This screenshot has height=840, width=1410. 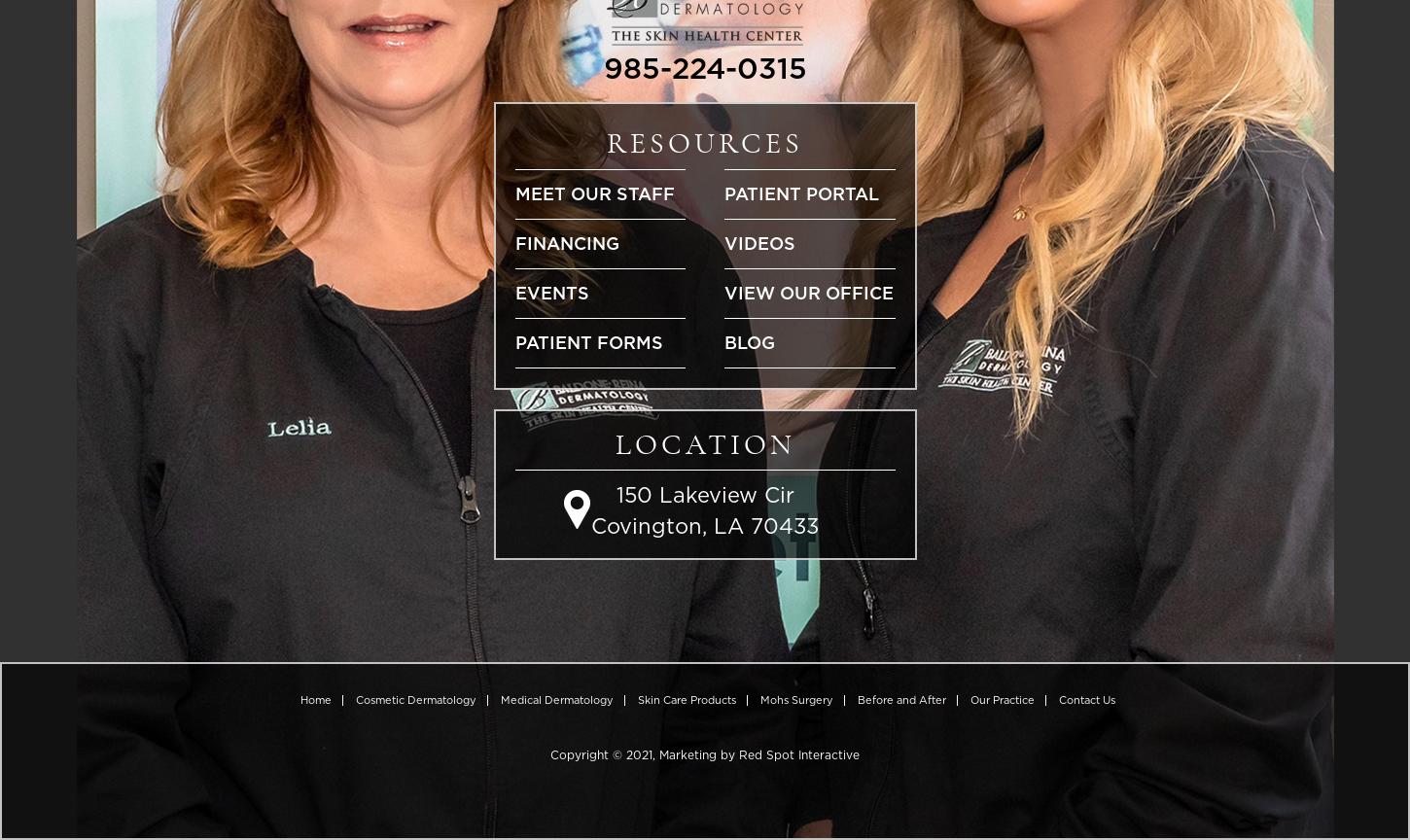 What do you see at coordinates (705, 525) in the screenshot?
I see `'Covington, LA 70433'` at bounding box center [705, 525].